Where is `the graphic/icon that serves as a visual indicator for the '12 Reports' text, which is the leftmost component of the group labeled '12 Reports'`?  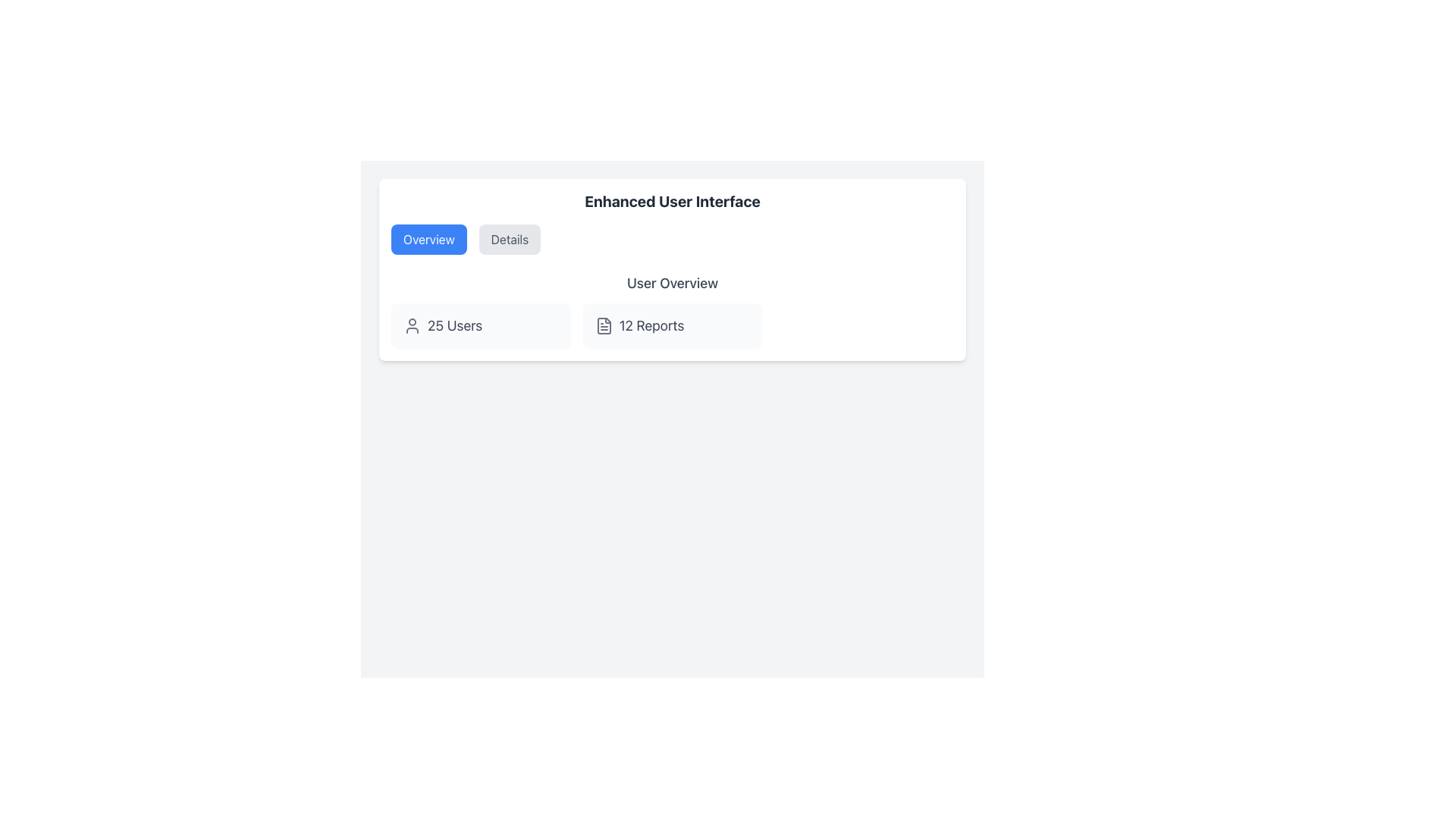 the graphic/icon that serves as a visual indicator for the '12 Reports' text, which is the leftmost component of the group labeled '12 Reports' is located at coordinates (603, 325).